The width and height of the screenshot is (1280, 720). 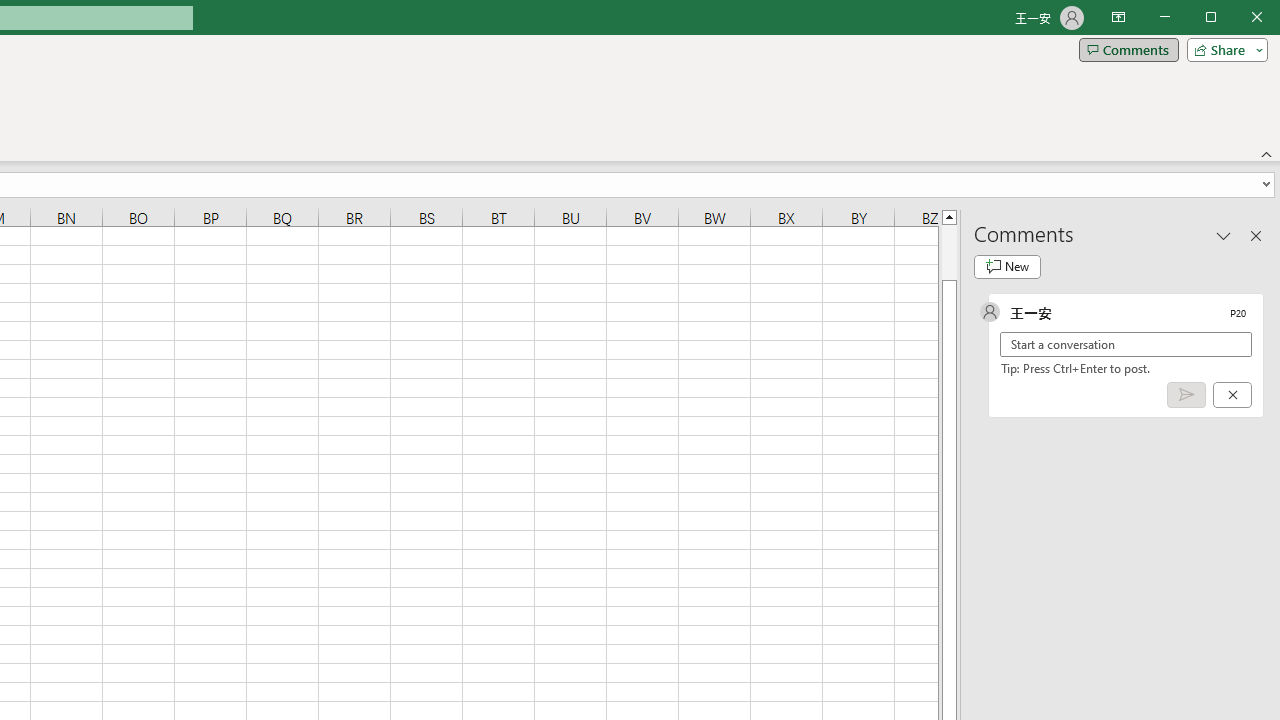 I want to click on 'Cancel', so click(x=1231, y=395).